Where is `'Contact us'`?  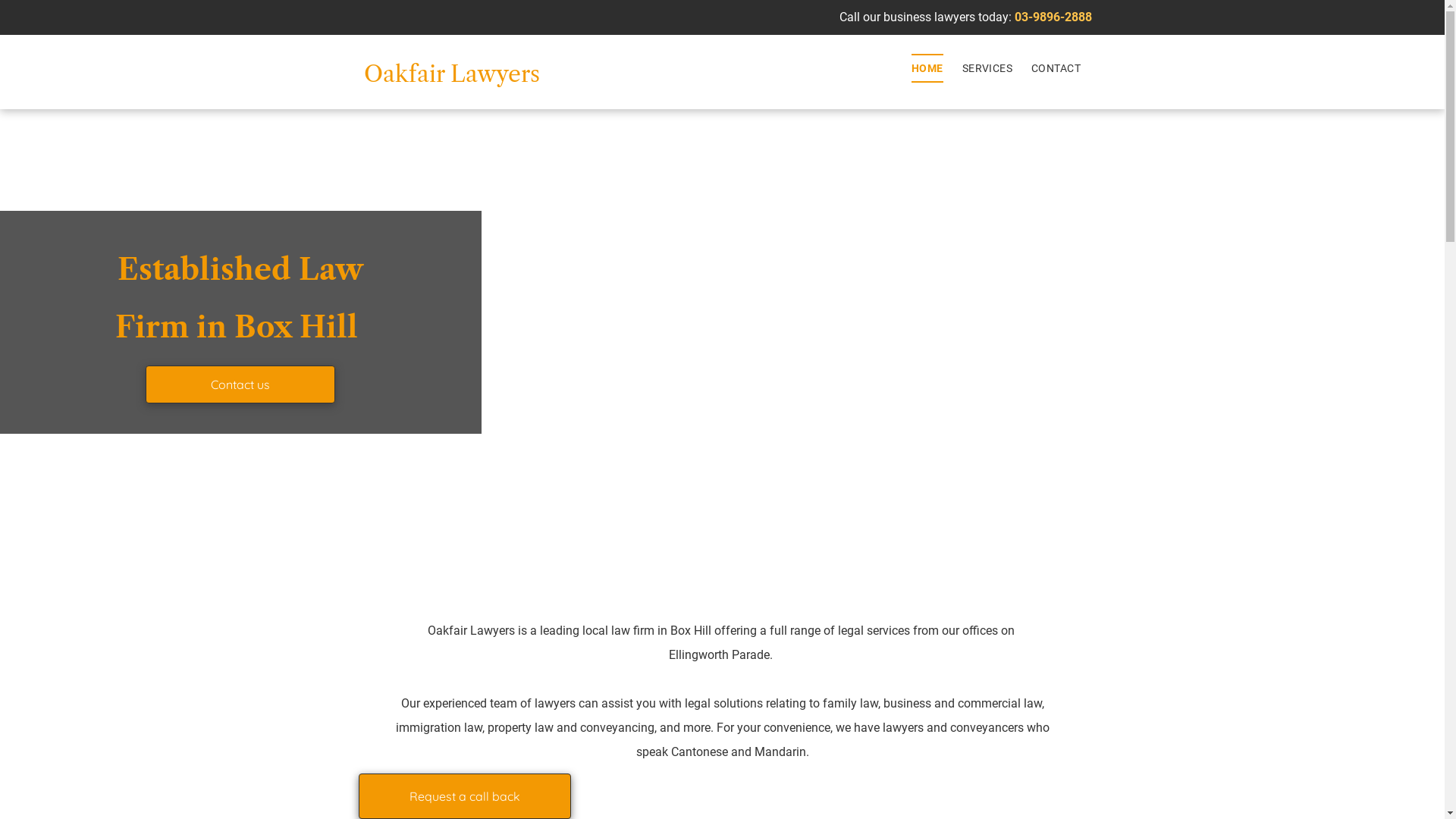 'Contact us' is located at coordinates (146, 383).